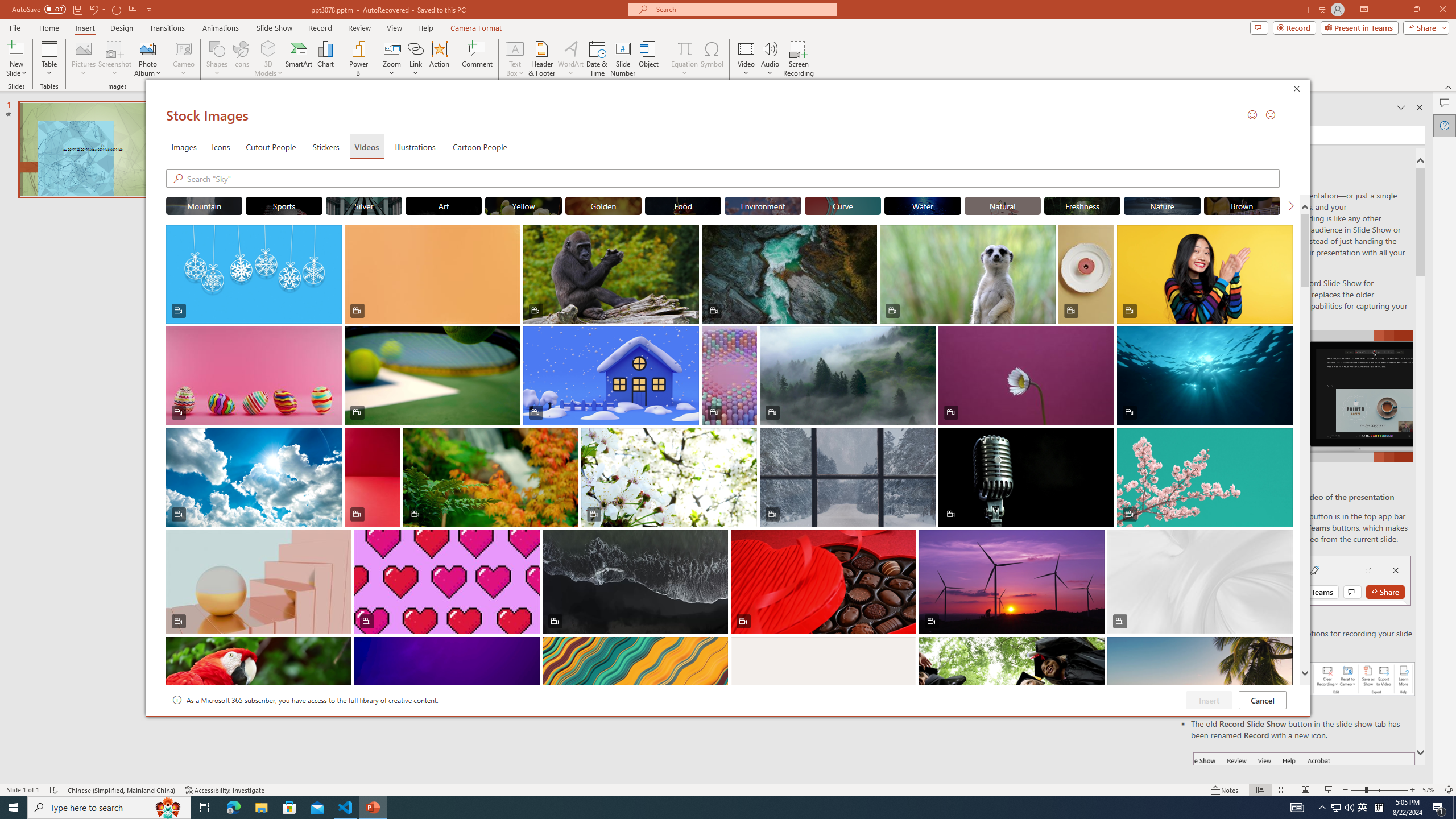 The height and width of the screenshot is (819, 1456). Describe the element at coordinates (325, 146) in the screenshot. I see `'Stickers'` at that location.